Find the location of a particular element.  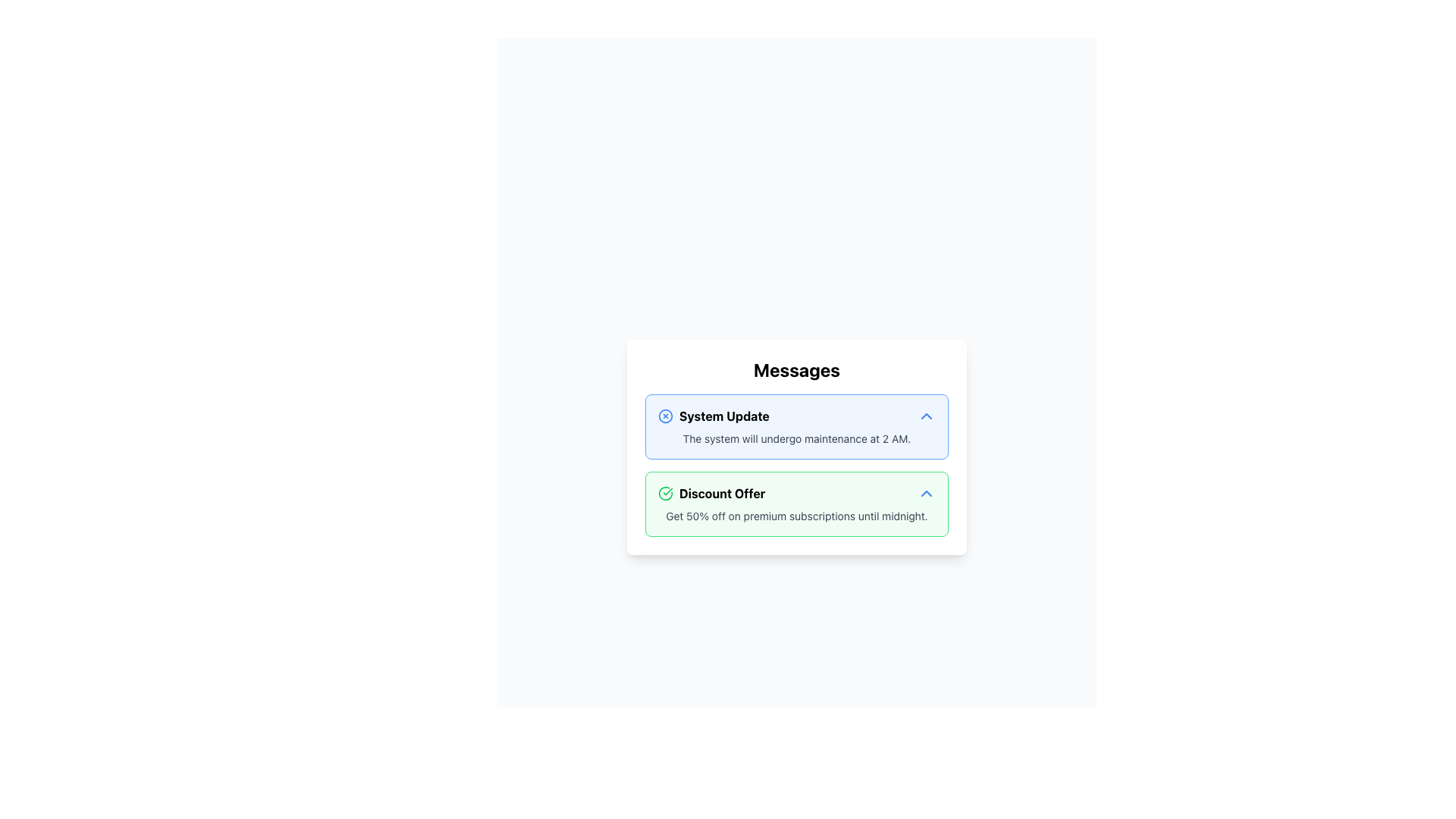

the circular icon with an 'X' inside, which is styled with a blue outline and located to the left of the 'System Update' text in the messages list is located at coordinates (666, 416).